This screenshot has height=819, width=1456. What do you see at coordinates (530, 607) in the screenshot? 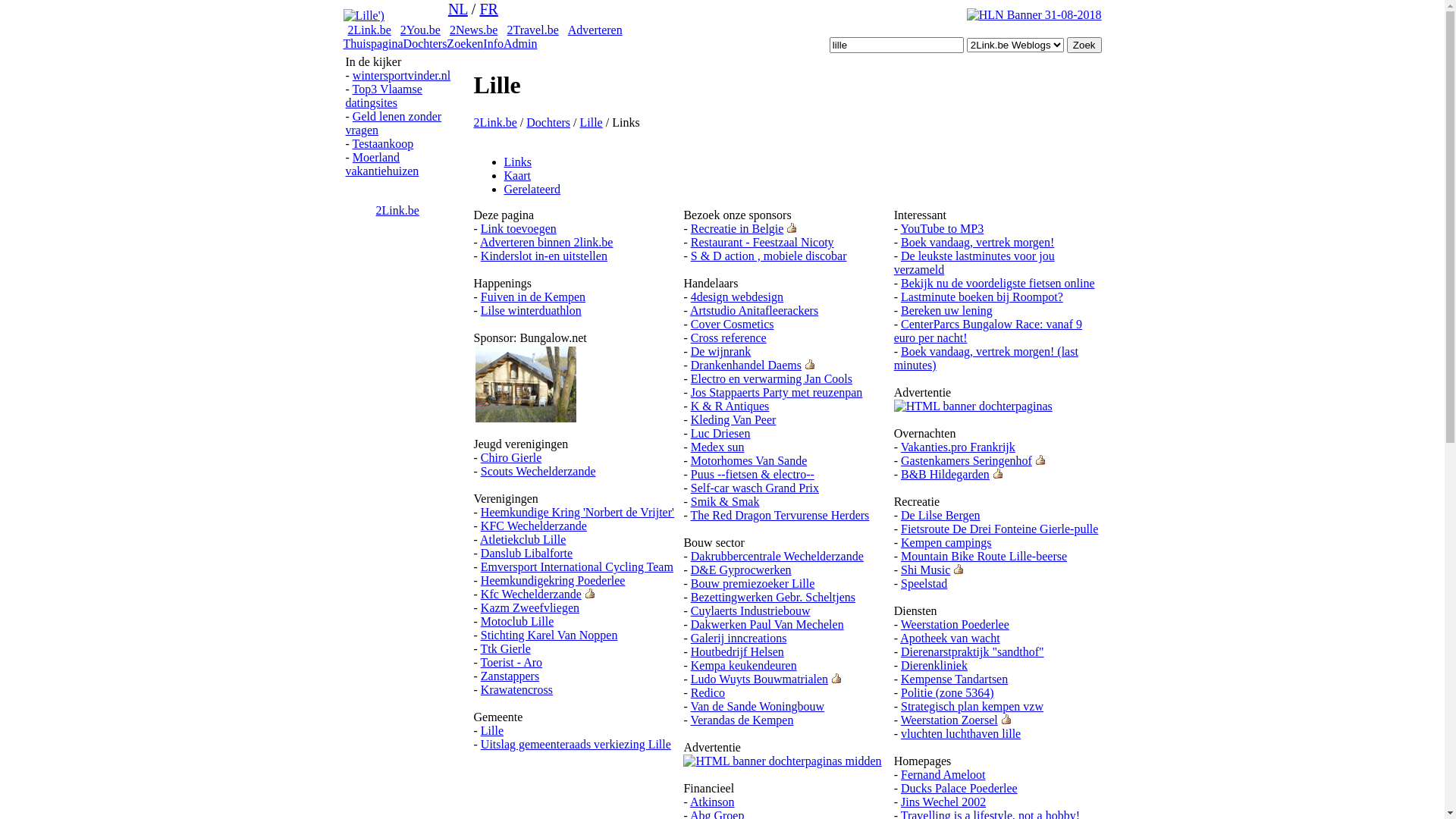
I see `'Kazm Zweefvliegen'` at bounding box center [530, 607].